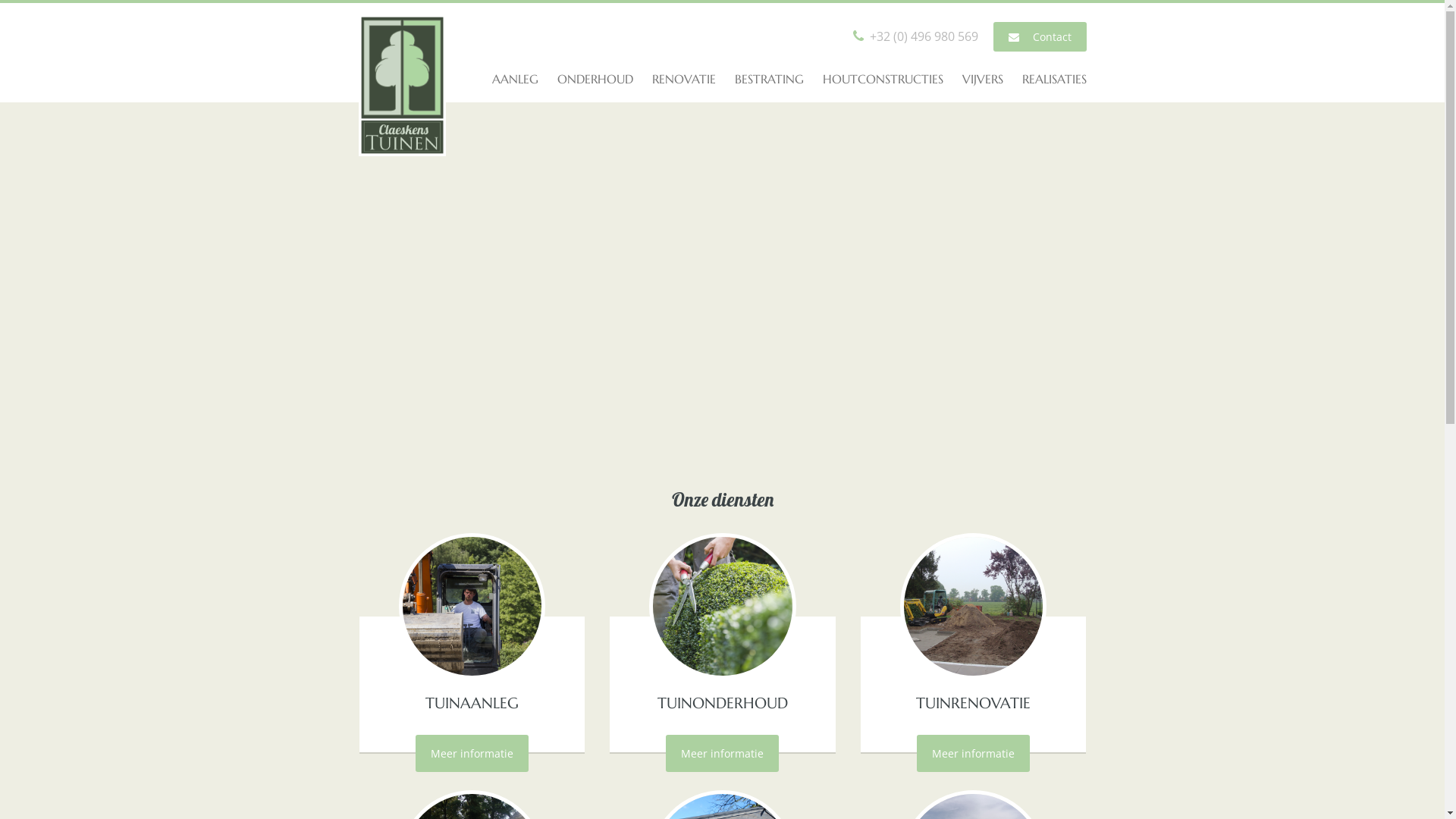 Image resolution: width=1456 pixels, height=819 pixels. I want to click on 'TUINRENOVATIE', so click(973, 703).